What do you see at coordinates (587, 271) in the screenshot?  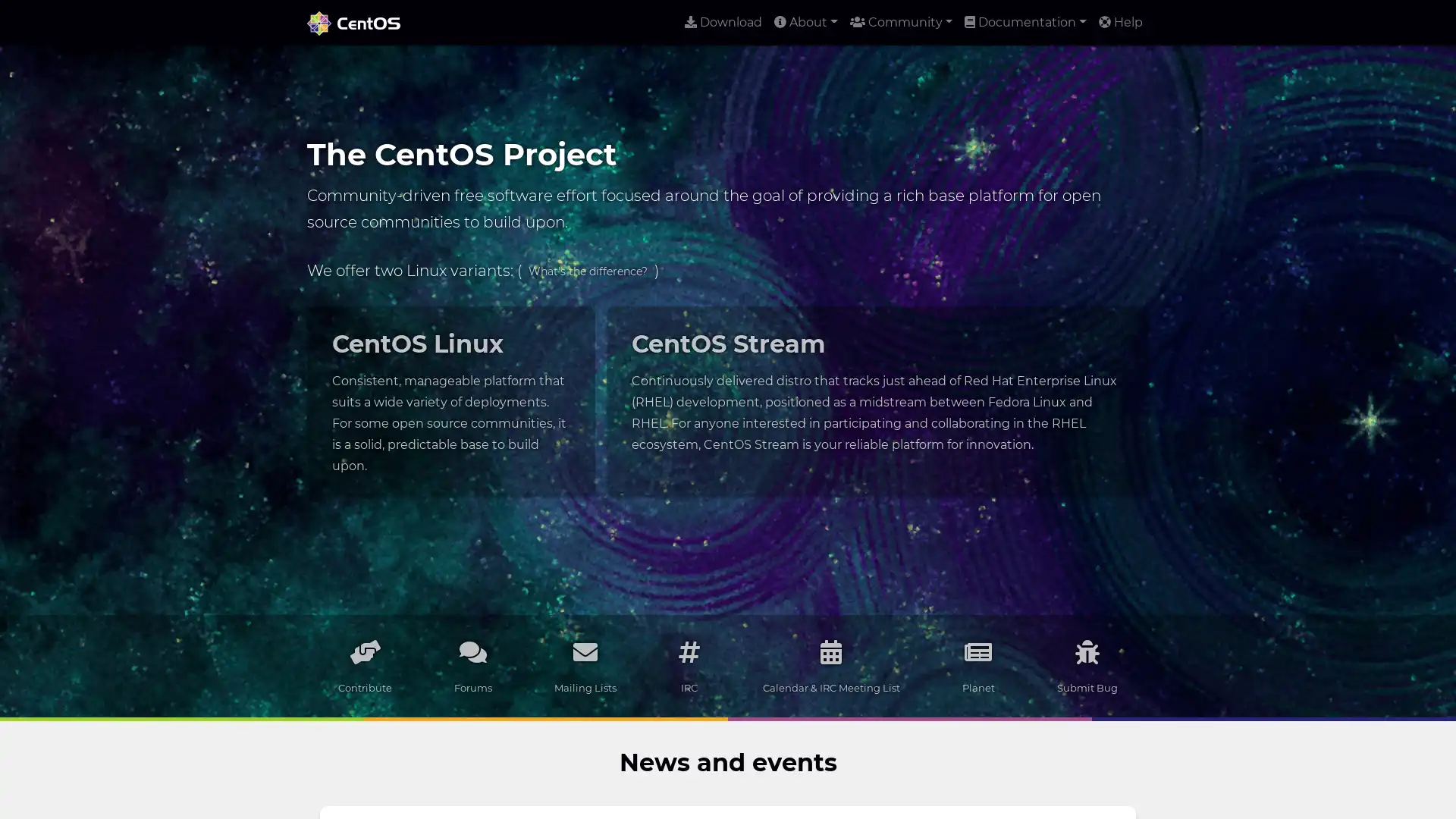 I see `What's the difference?` at bounding box center [587, 271].